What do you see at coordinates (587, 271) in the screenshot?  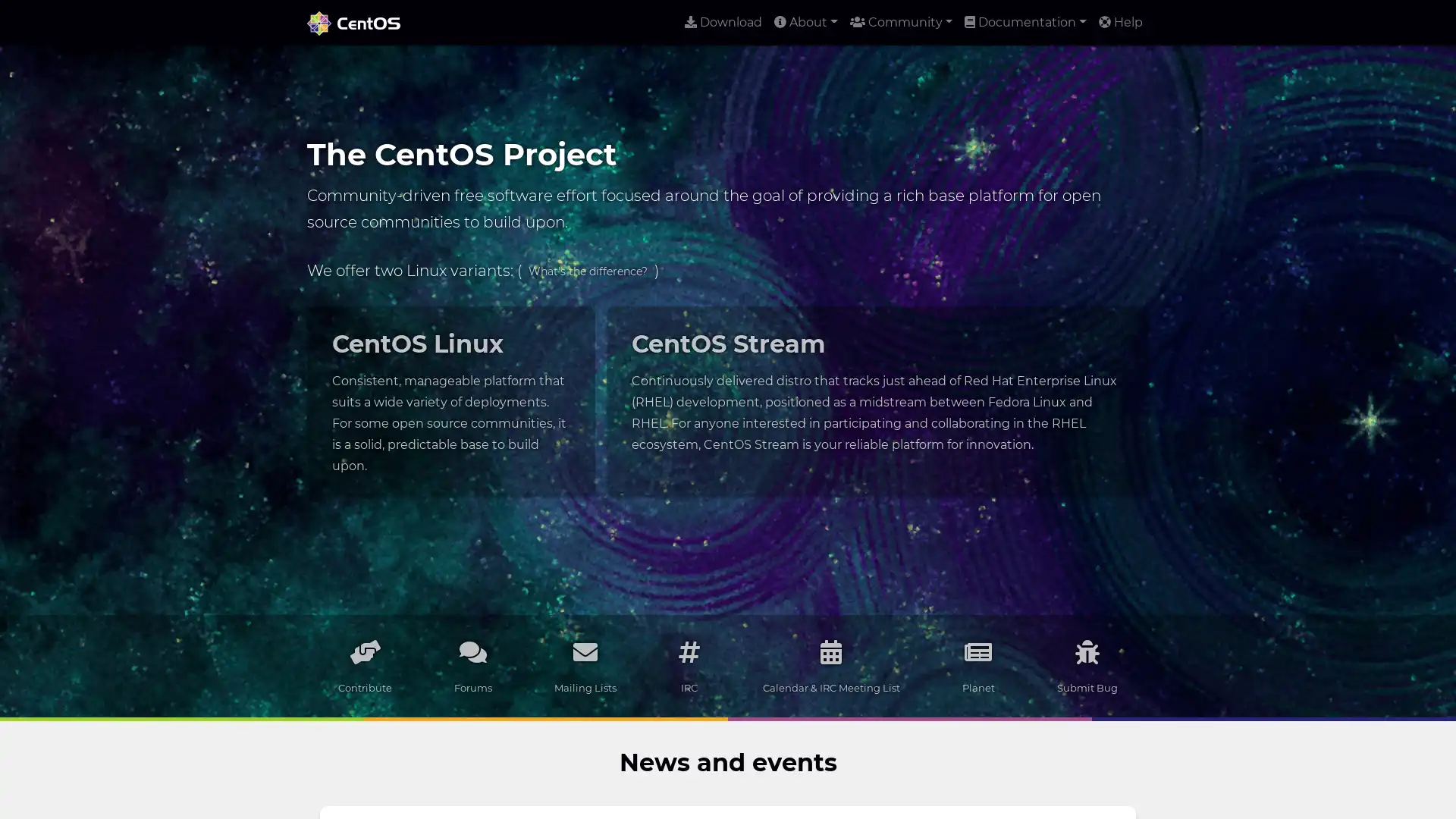 I see `What's the difference?` at bounding box center [587, 271].